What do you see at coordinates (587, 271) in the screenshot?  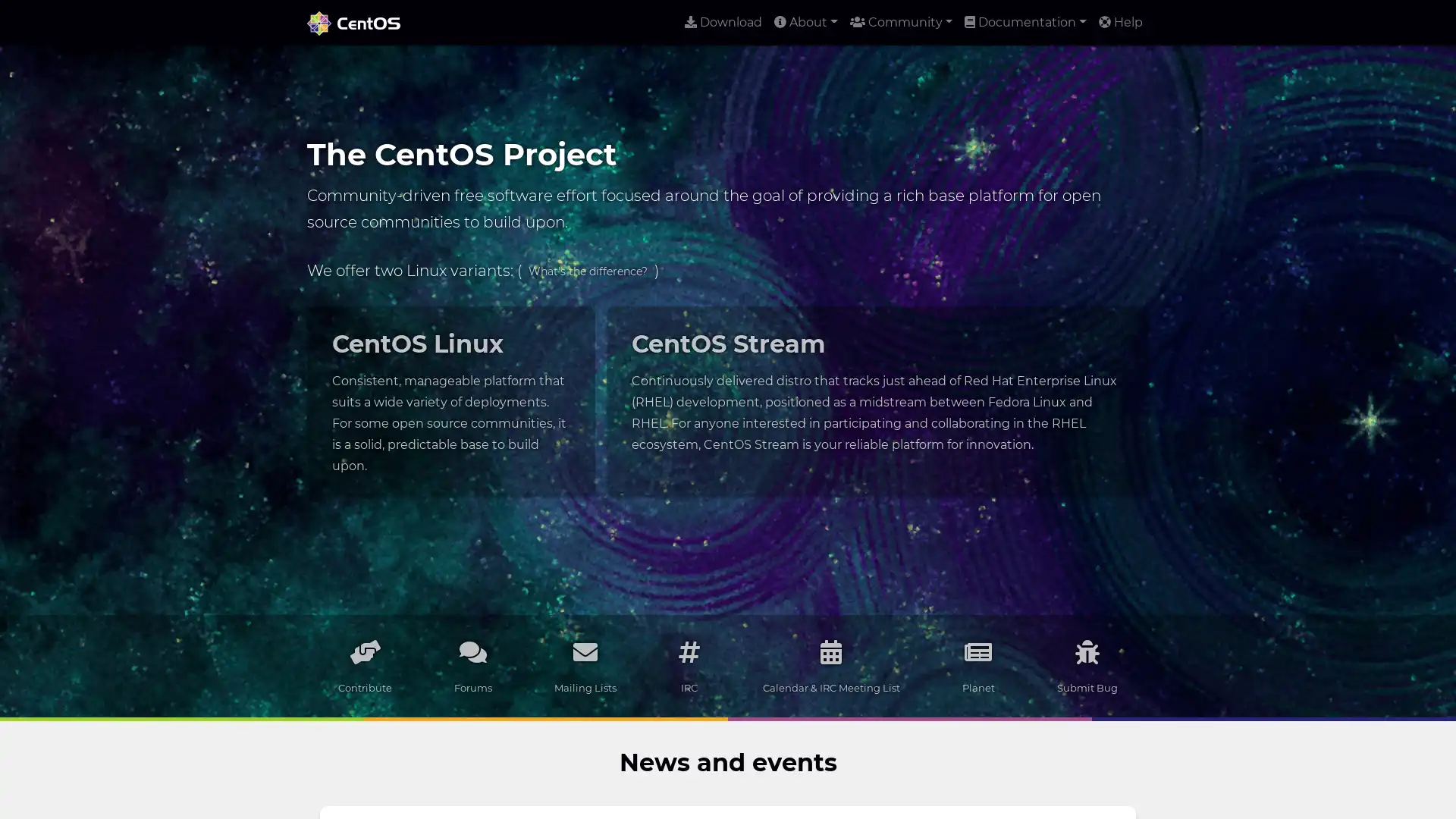 I see `What's the difference?` at bounding box center [587, 271].